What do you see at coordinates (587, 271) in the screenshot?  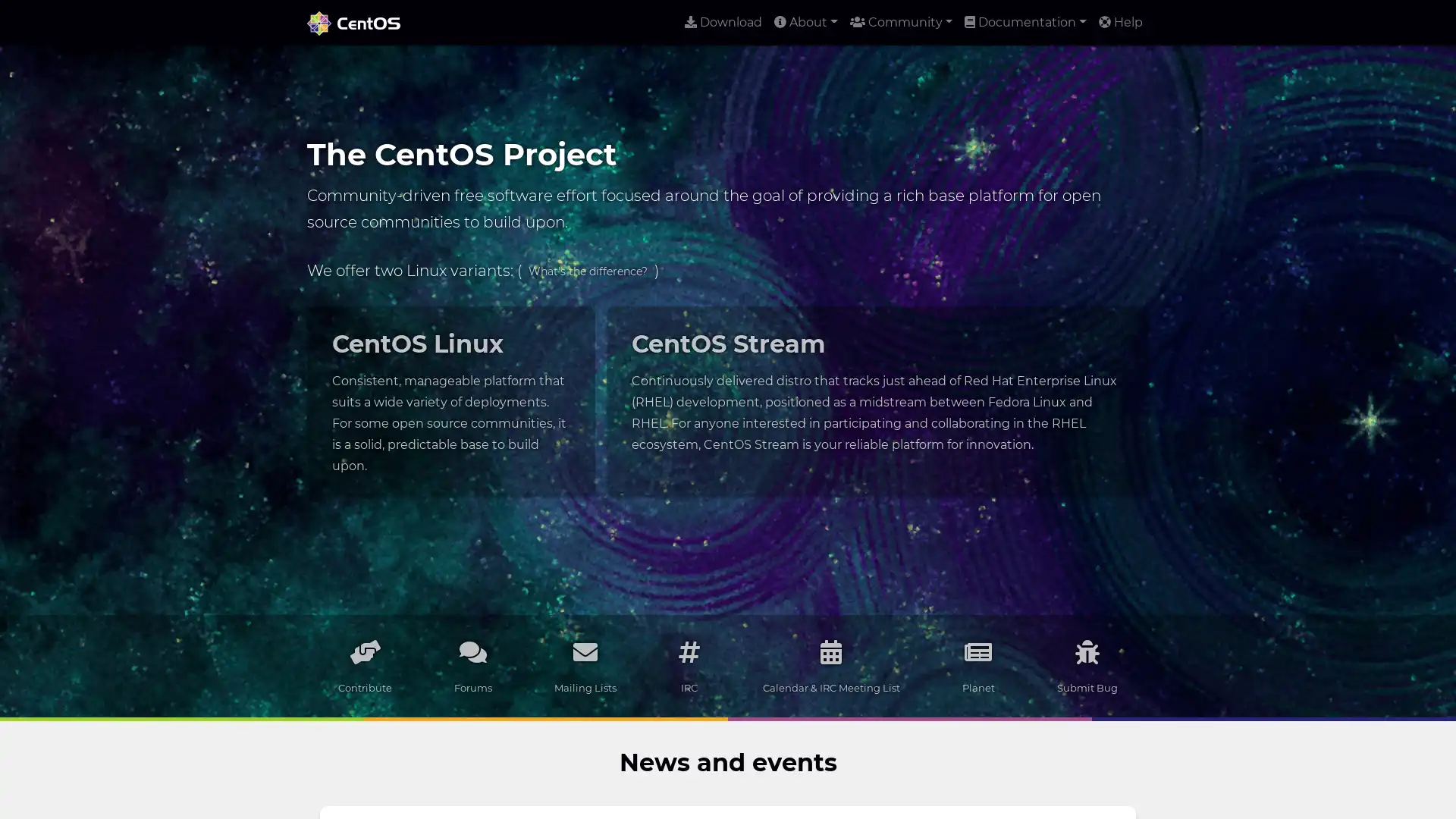 I see `What's the difference?` at bounding box center [587, 271].